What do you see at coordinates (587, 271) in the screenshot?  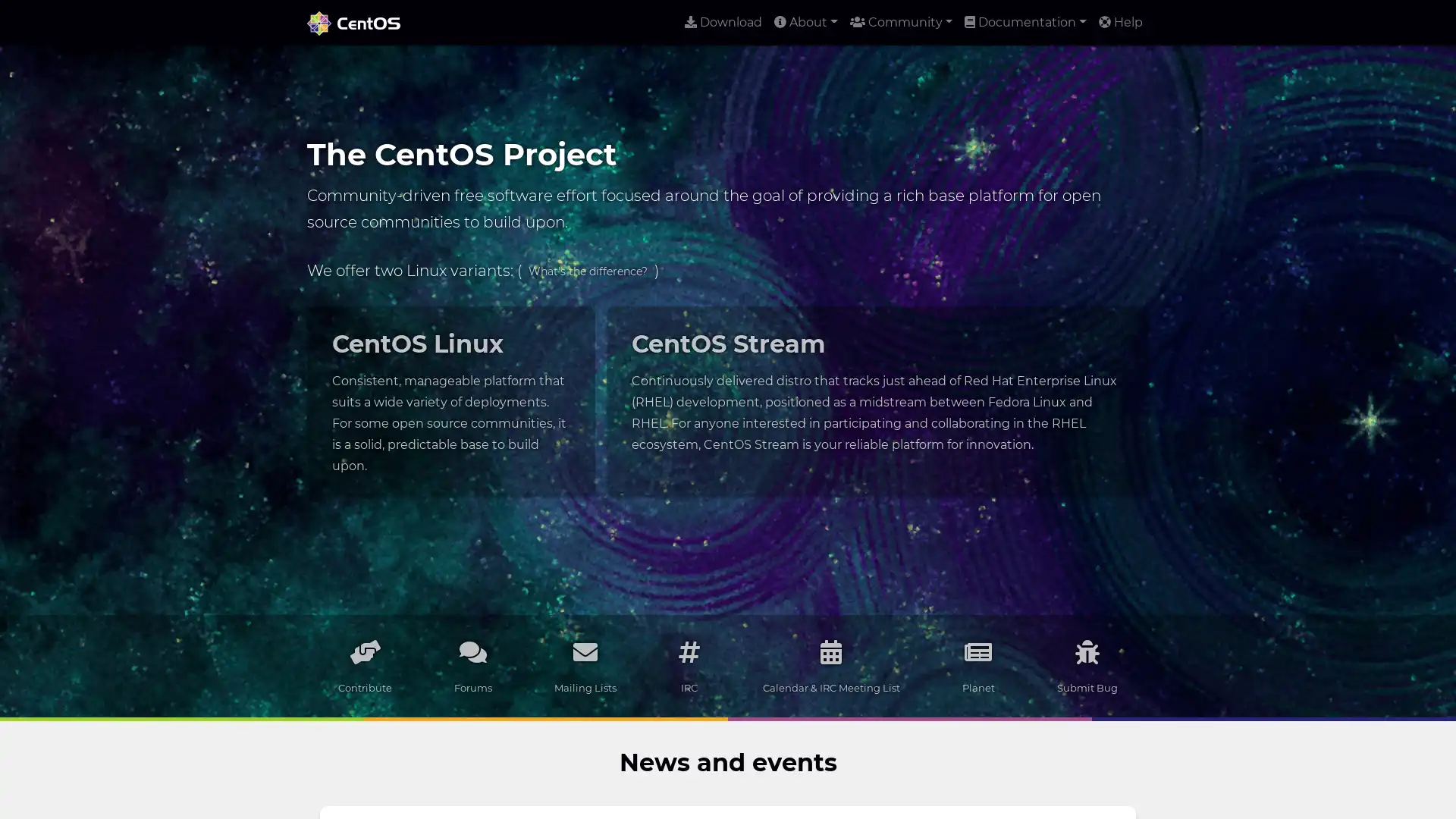 I see `What's the difference?` at bounding box center [587, 271].